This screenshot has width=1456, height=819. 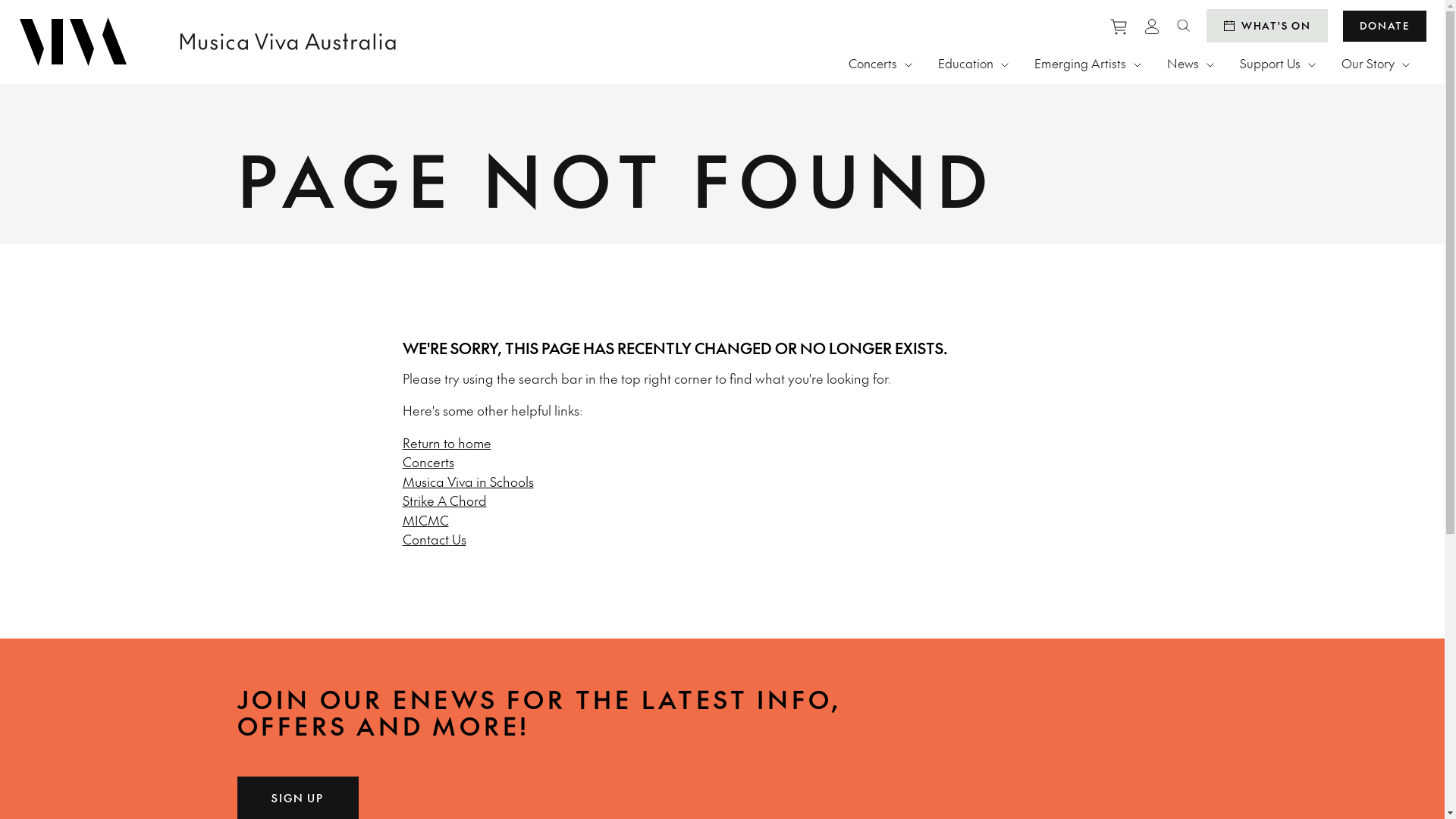 What do you see at coordinates (1276, 62) in the screenshot?
I see `'Support Us'` at bounding box center [1276, 62].